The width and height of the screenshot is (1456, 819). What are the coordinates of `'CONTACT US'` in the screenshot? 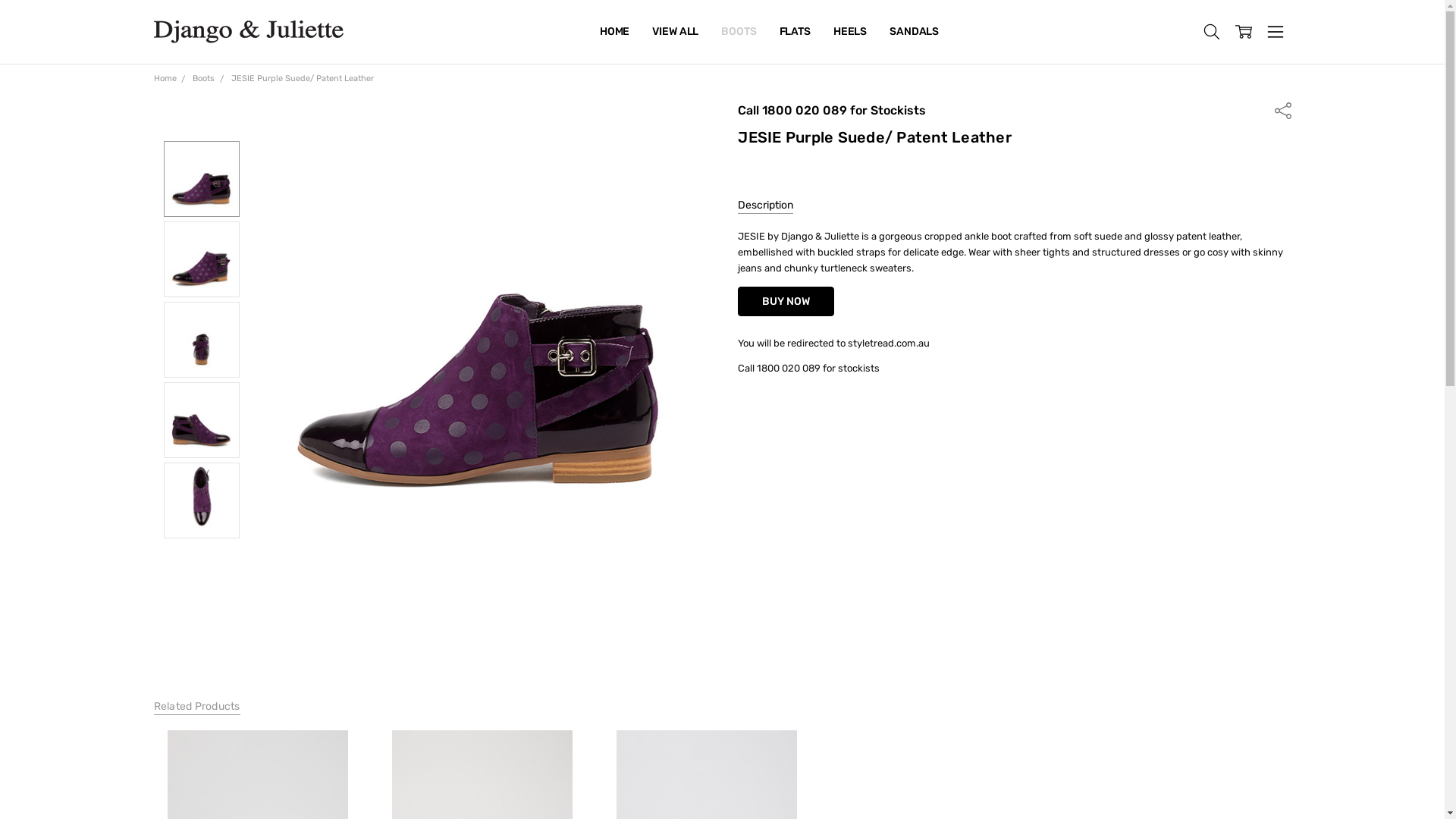 It's located at (632, 32).